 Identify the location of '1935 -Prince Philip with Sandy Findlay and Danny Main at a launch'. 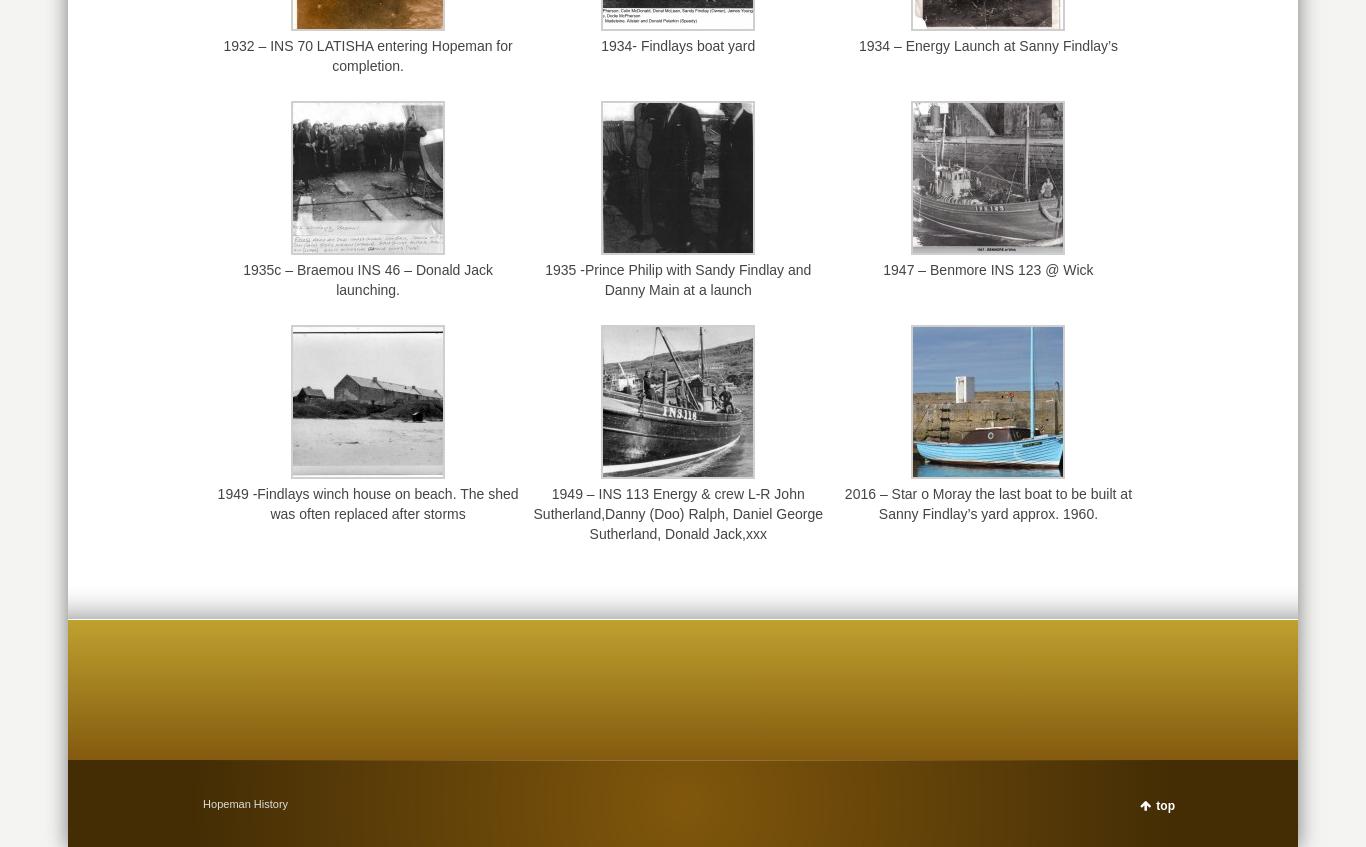
(676, 279).